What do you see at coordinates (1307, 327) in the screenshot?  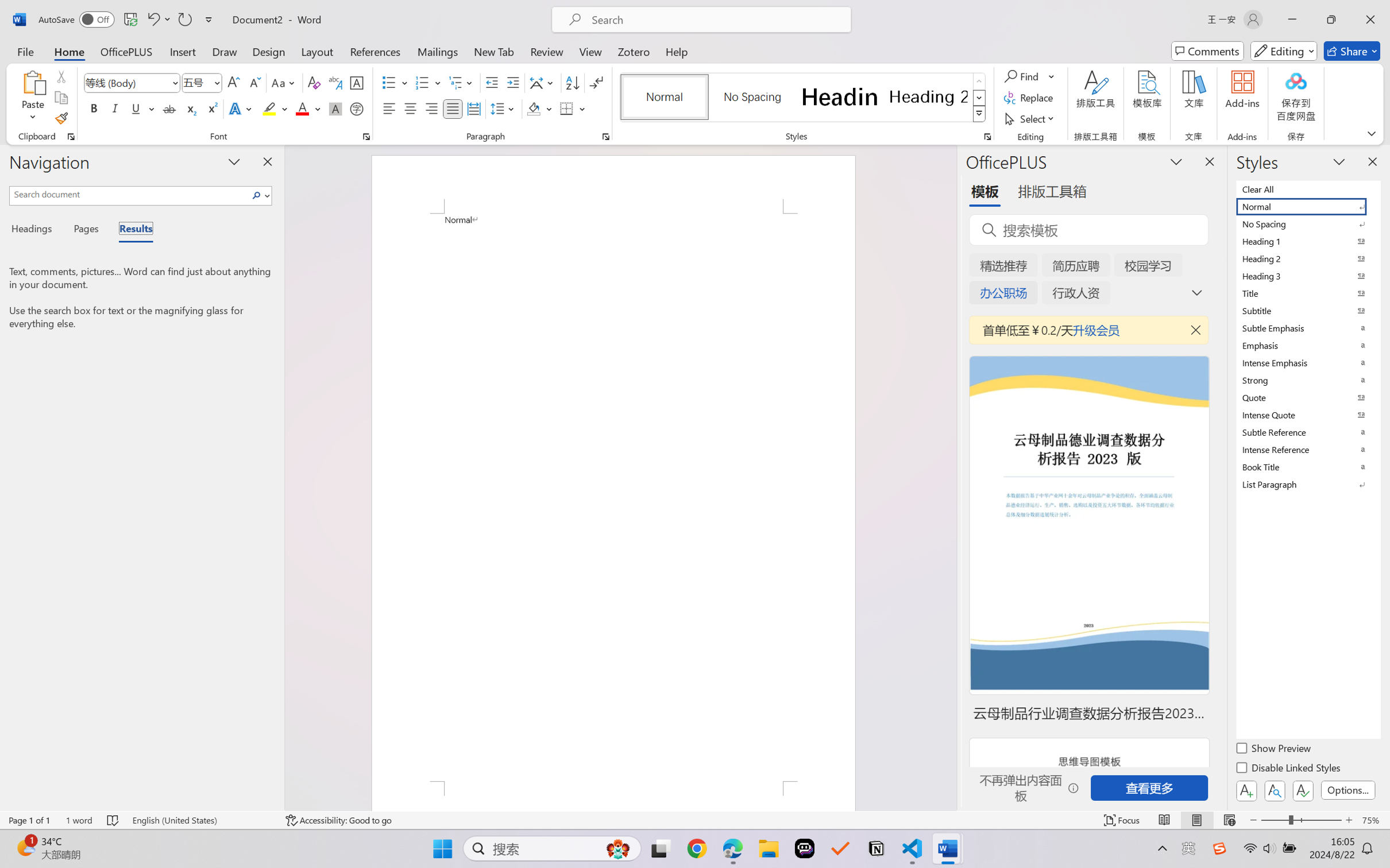 I see `'Subtle Emphasis'` at bounding box center [1307, 327].